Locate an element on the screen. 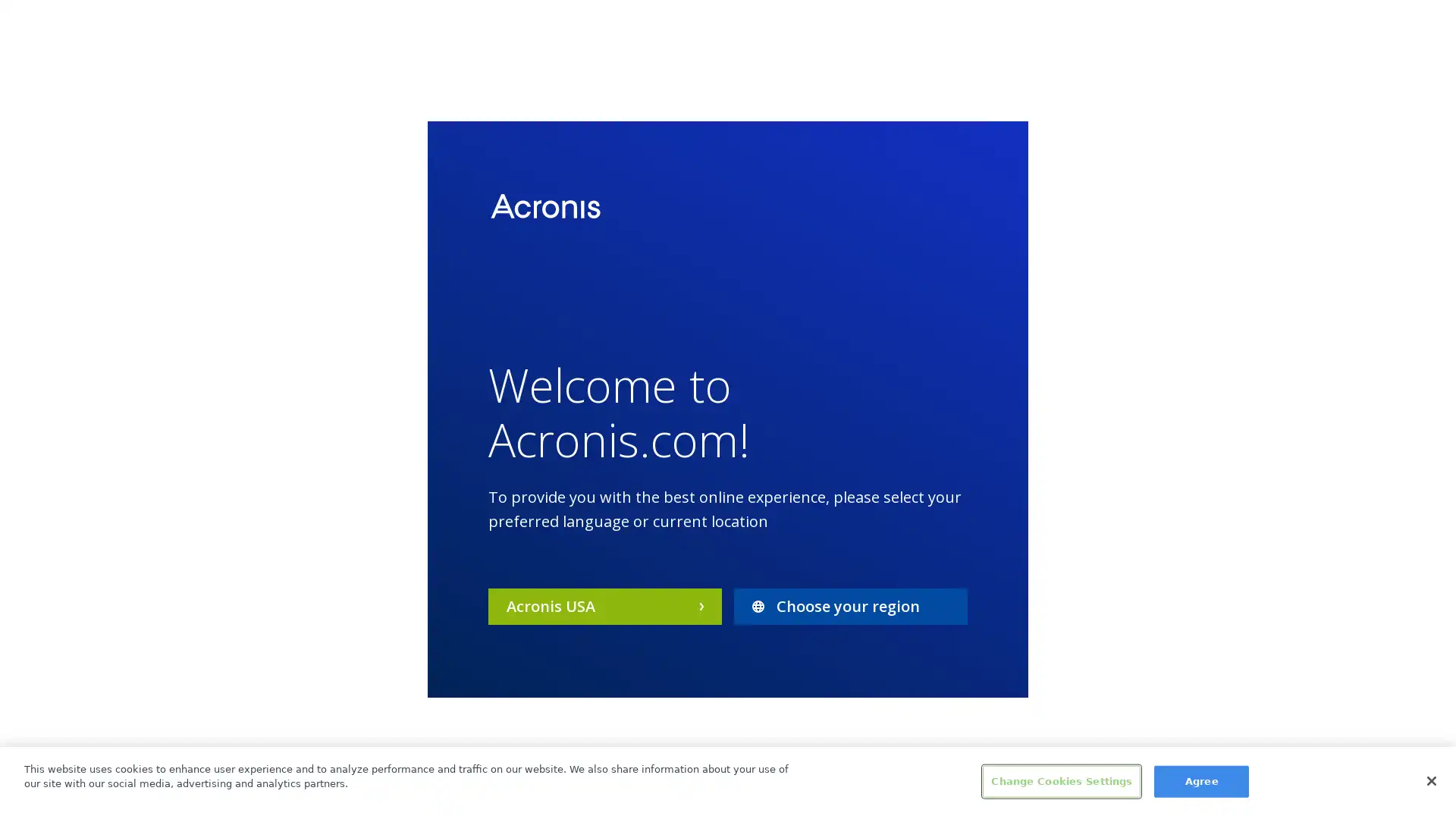 This screenshot has height=819, width=1456. Change Cookies Settings is located at coordinates (1061, 781).